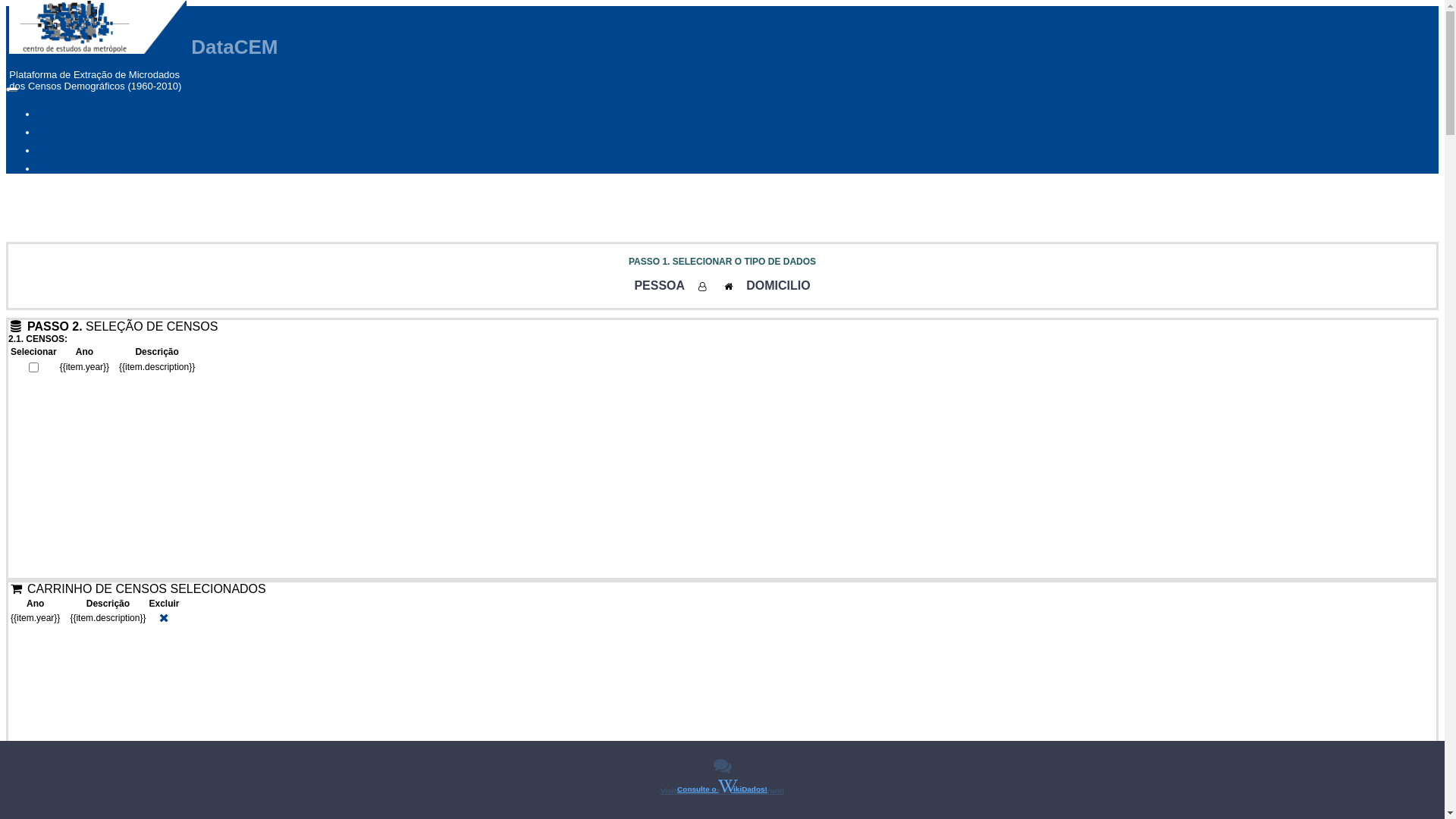 This screenshot has height=819, width=1456. I want to click on 'Consulte o ikiDados!', so click(721, 786).